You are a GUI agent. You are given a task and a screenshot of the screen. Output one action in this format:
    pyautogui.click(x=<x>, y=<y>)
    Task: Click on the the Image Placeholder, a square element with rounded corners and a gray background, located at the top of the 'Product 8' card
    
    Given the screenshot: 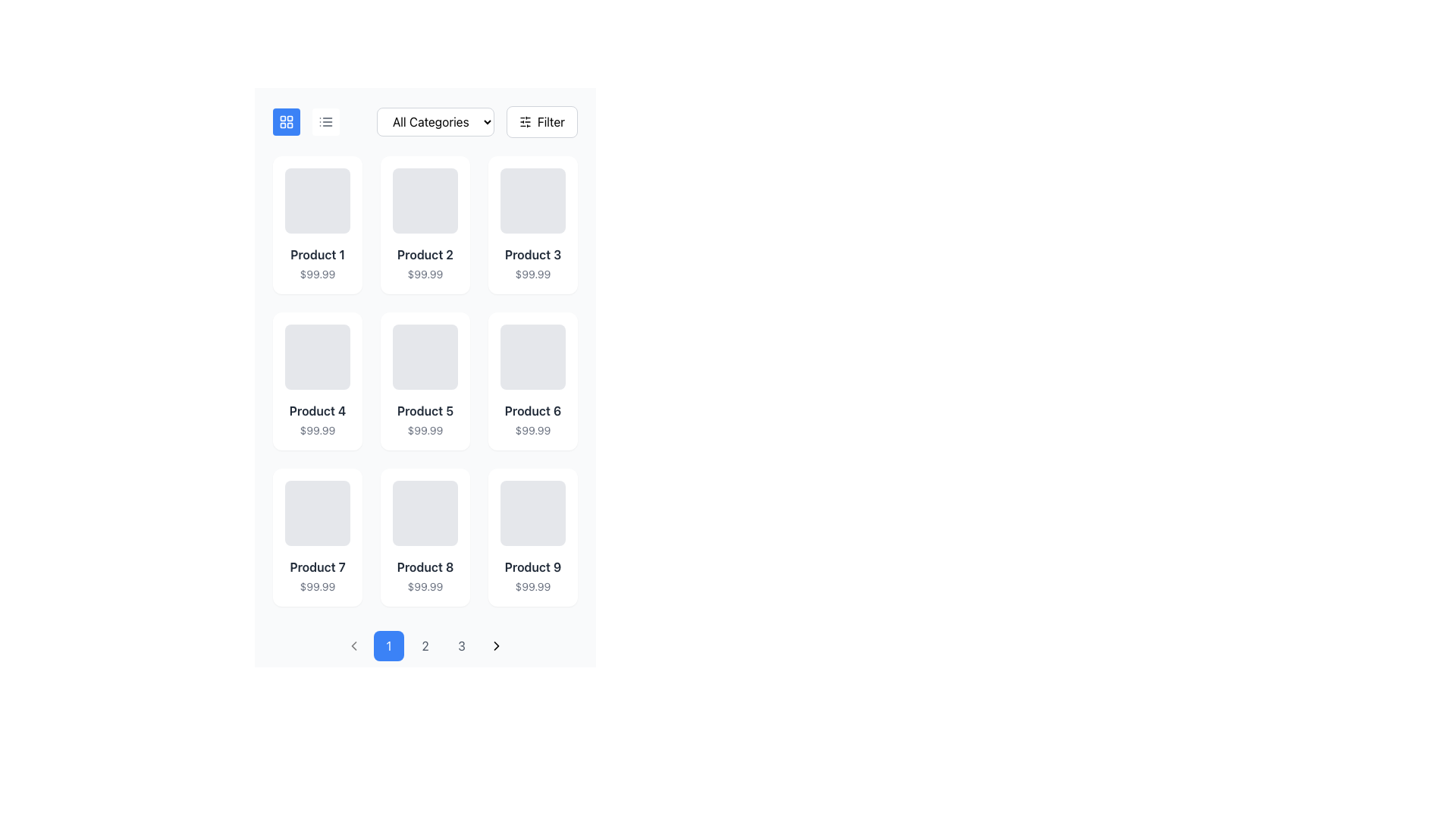 What is the action you would take?
    pyautogui.click(x=425, y=513)
    